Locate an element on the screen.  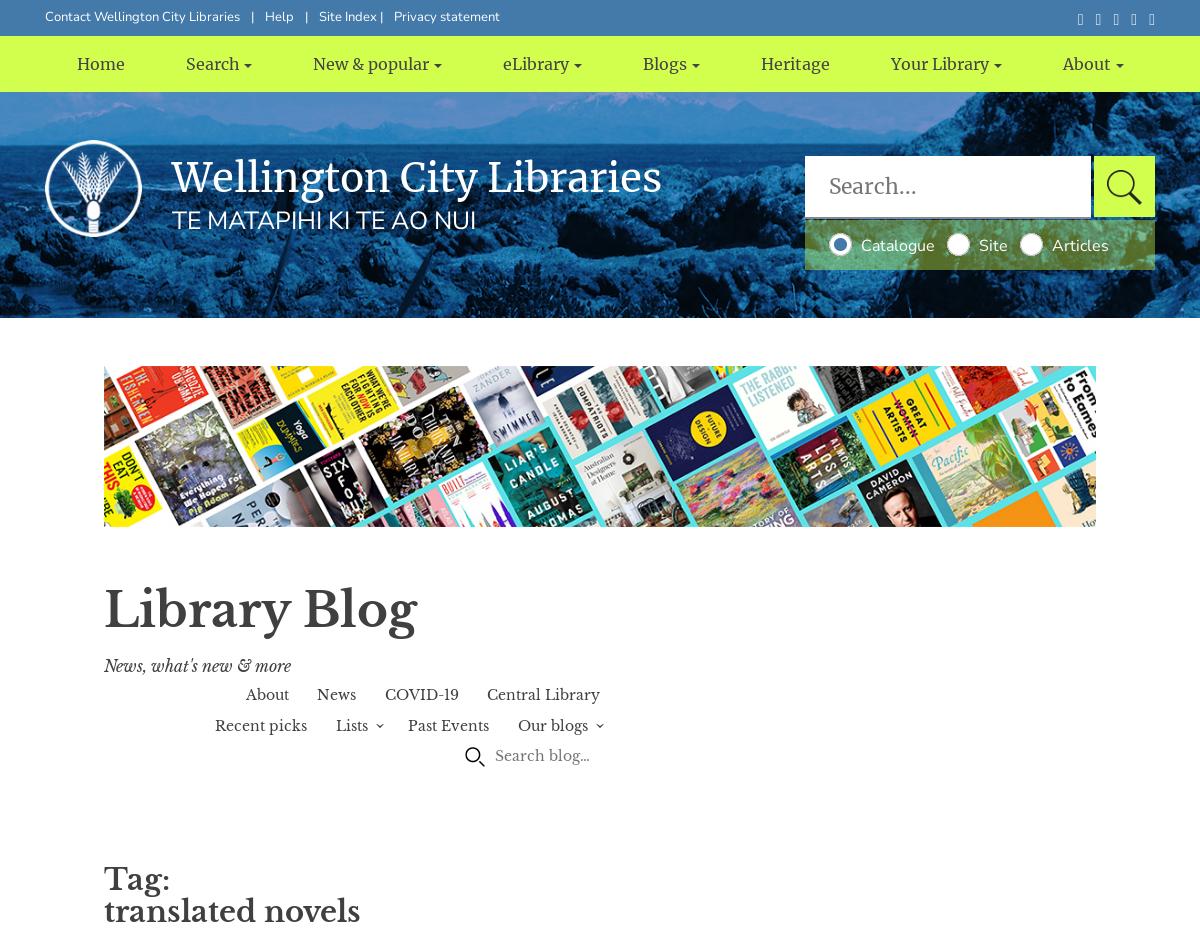
'News, what's new & more' is located at coordinates (196, 664).